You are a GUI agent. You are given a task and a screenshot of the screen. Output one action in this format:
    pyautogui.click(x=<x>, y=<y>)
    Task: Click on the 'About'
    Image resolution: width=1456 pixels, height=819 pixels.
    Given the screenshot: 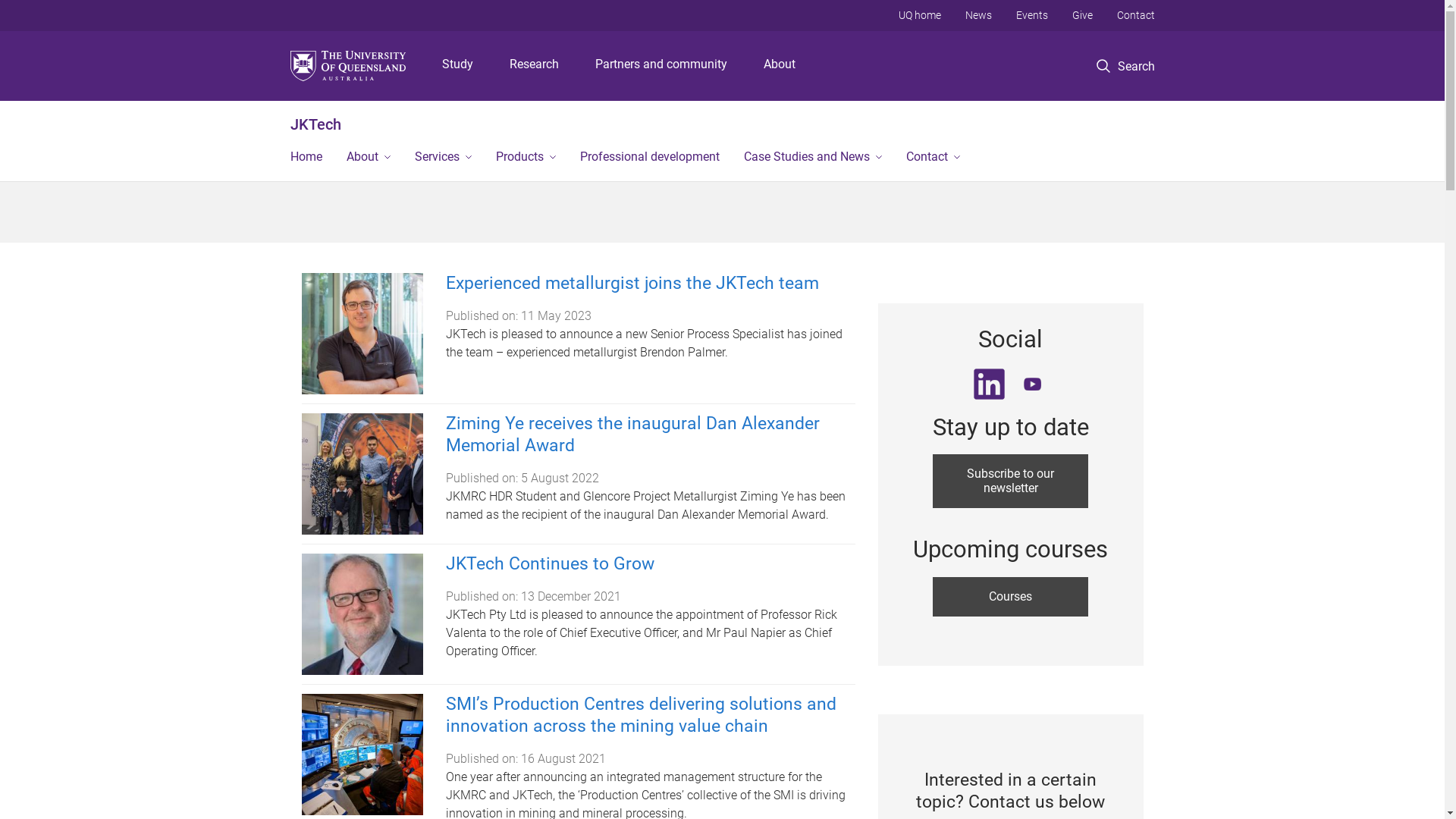 What is the action you would take?
    pyautogui.click(x=779, y=65)
    